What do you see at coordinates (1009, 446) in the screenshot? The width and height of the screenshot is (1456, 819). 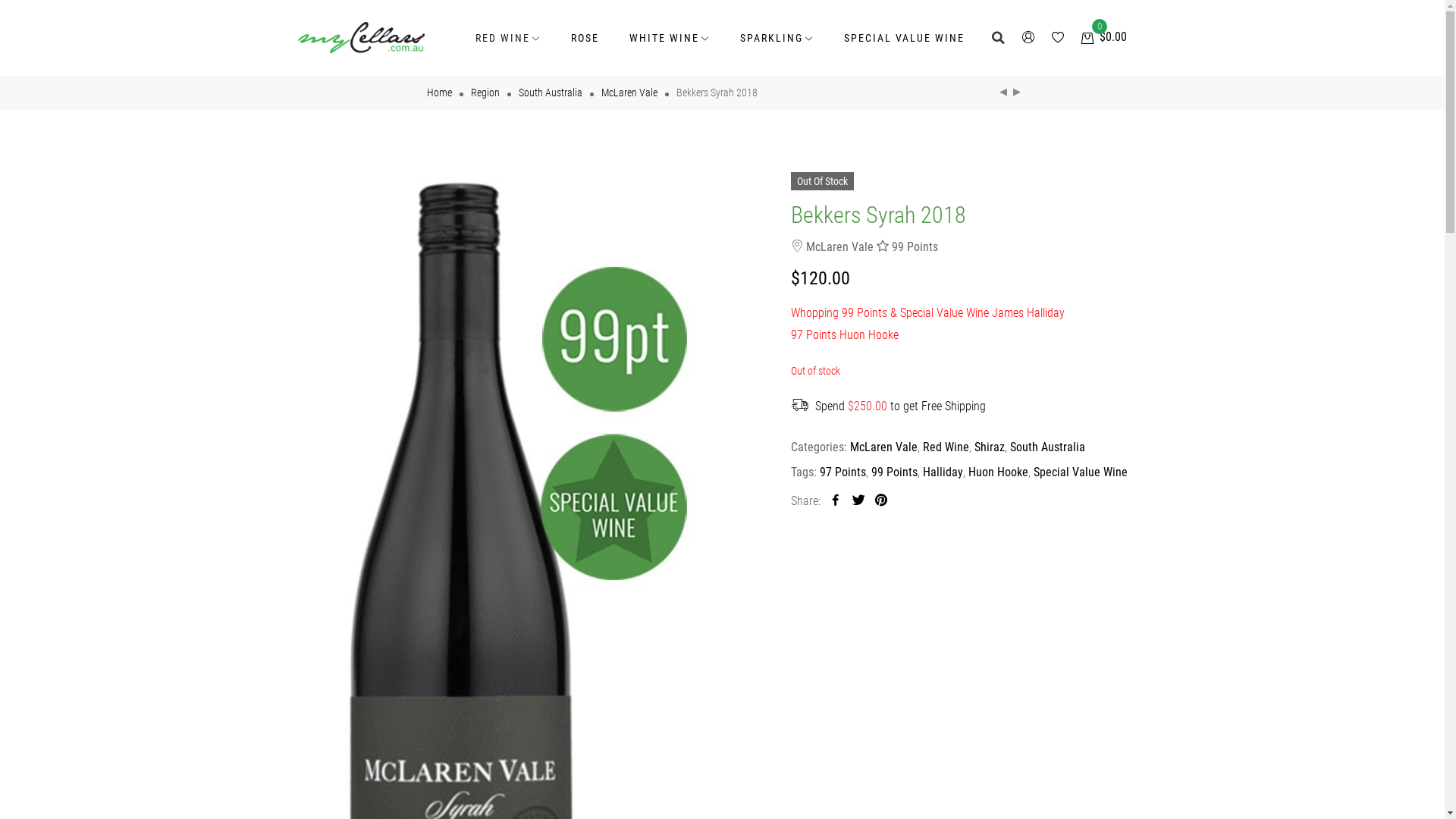 I see `'South Australia'` at bounding box center [1009, 446].